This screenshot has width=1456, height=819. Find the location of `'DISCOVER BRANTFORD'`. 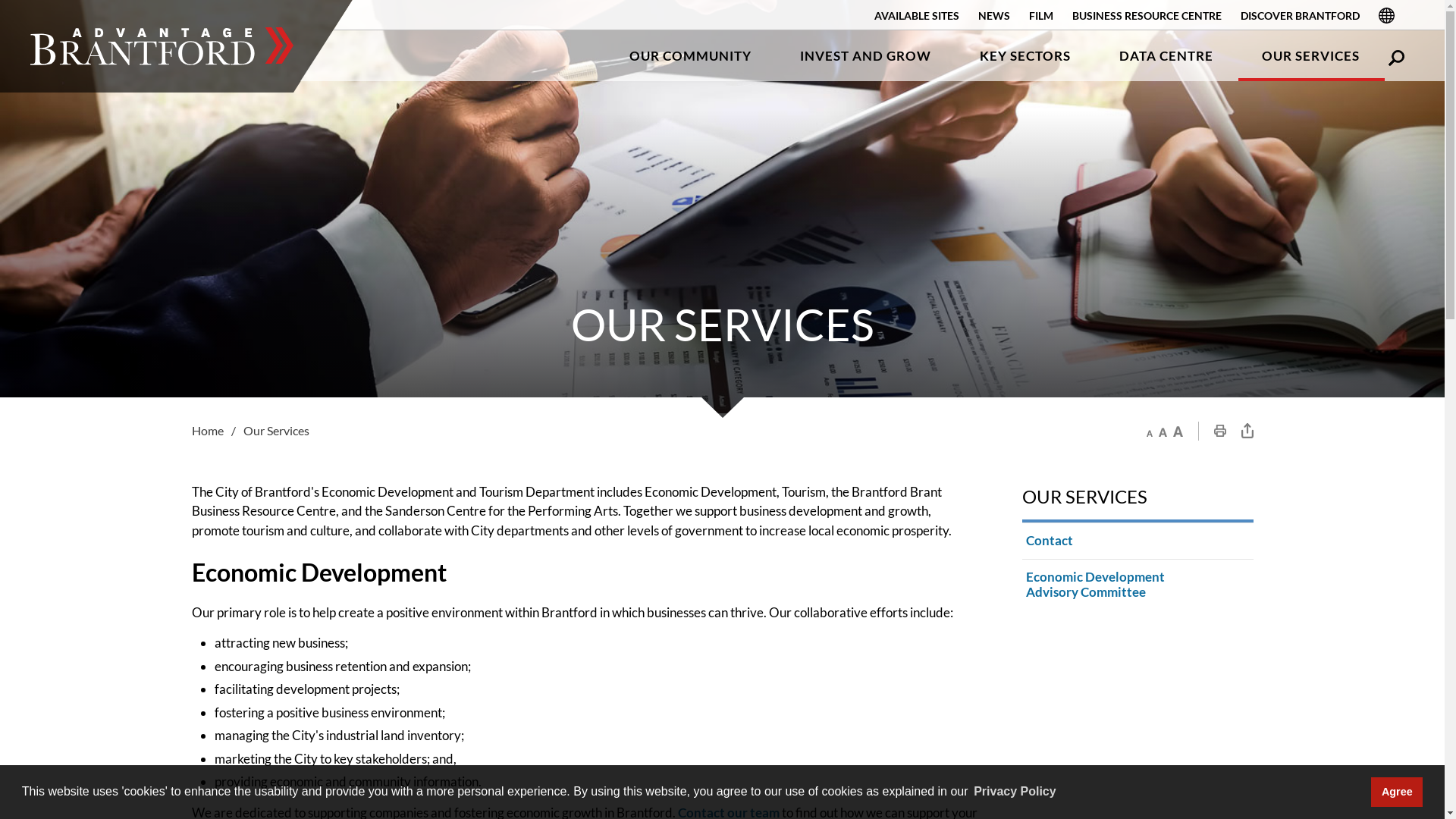

'DISCOVER BRANTFORD' is located at coordinates (1299, 15).